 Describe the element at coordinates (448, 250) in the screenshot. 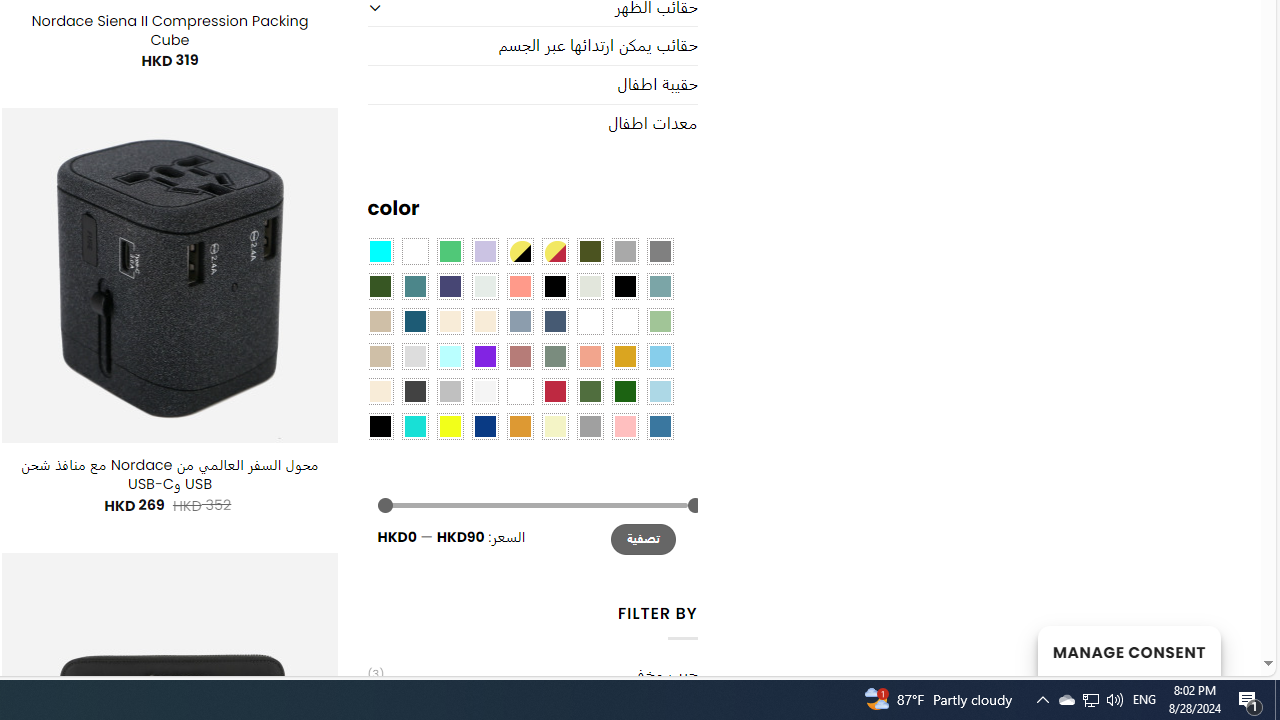

I see `'Emerald Green'` at that location.